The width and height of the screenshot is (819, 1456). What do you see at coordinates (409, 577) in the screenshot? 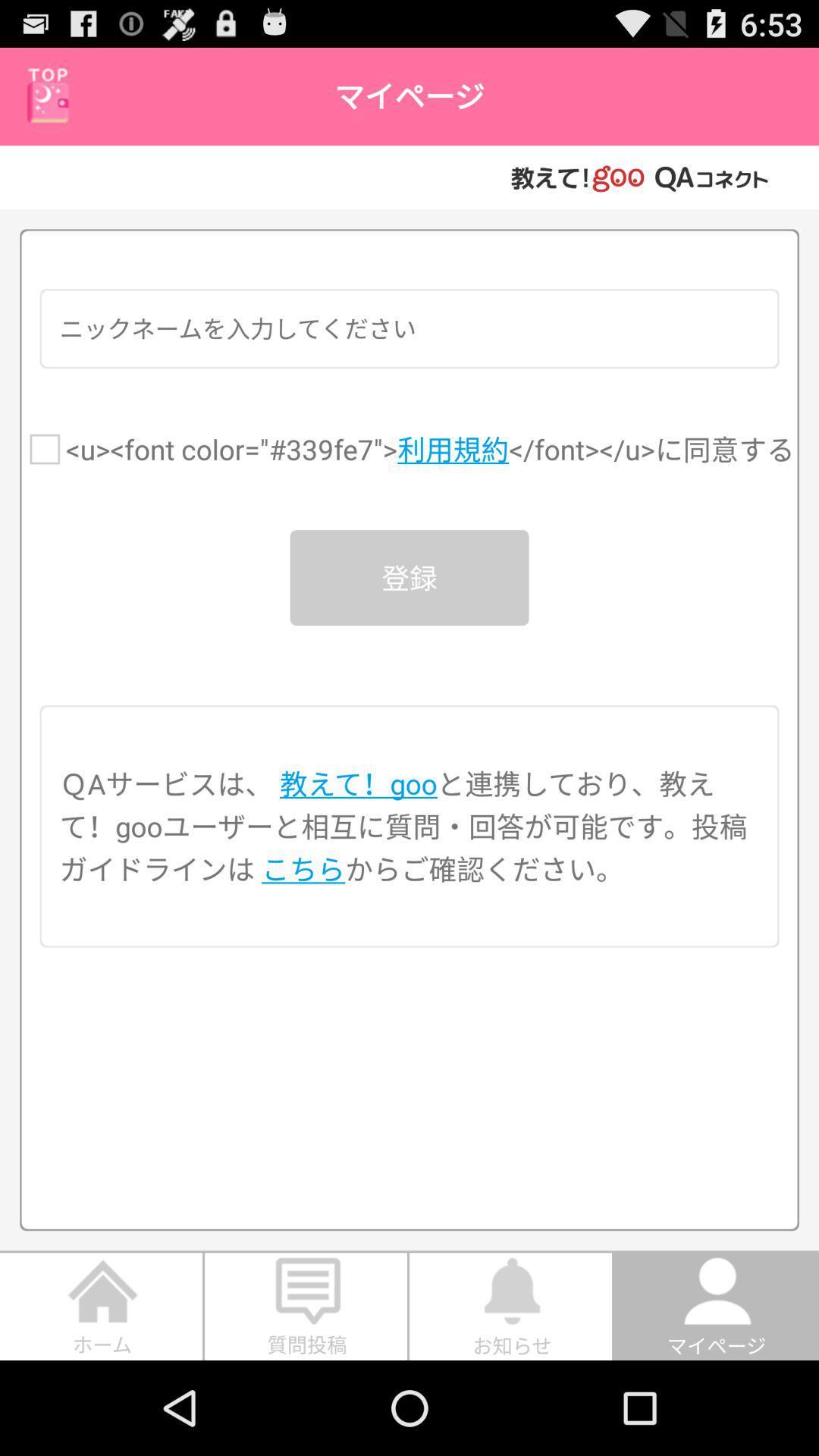
I see `the item below the u font color icon` at bounding box center [409, 577].